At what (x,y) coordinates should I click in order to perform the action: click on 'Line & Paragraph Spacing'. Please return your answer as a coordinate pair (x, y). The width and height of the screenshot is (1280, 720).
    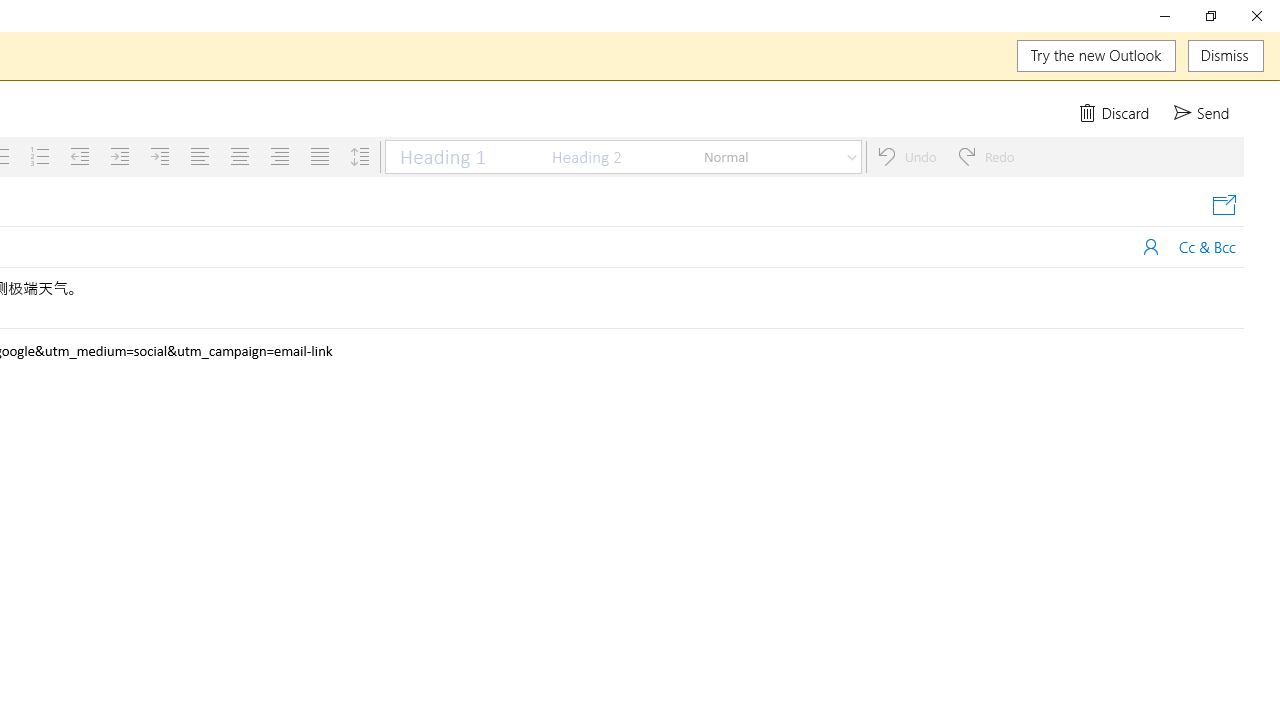
    Looking at the image, I should click on (360, 155).